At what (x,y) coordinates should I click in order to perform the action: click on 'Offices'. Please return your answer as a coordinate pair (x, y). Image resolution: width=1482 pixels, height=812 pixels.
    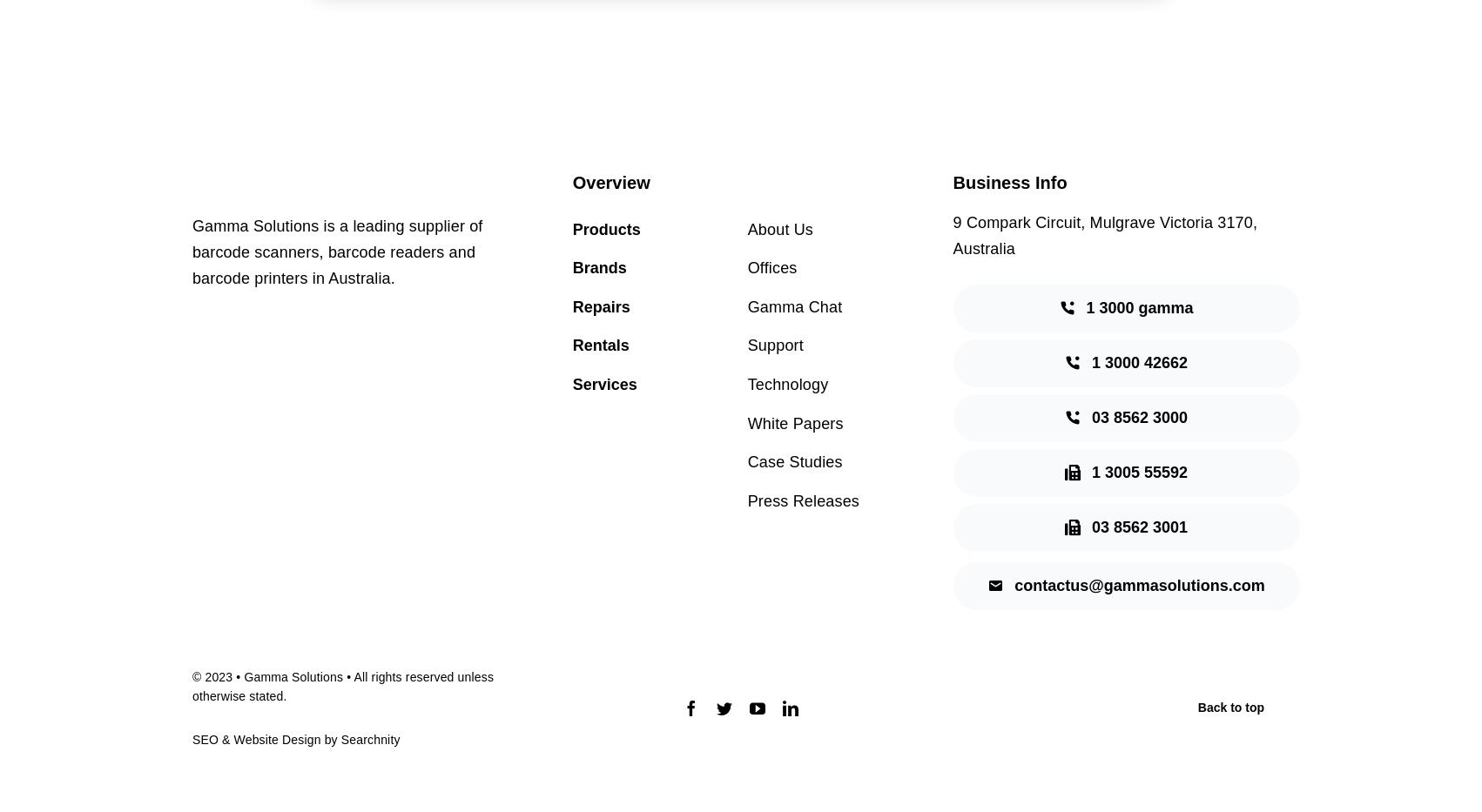
    Looking at the image, I should click on (771, 267).